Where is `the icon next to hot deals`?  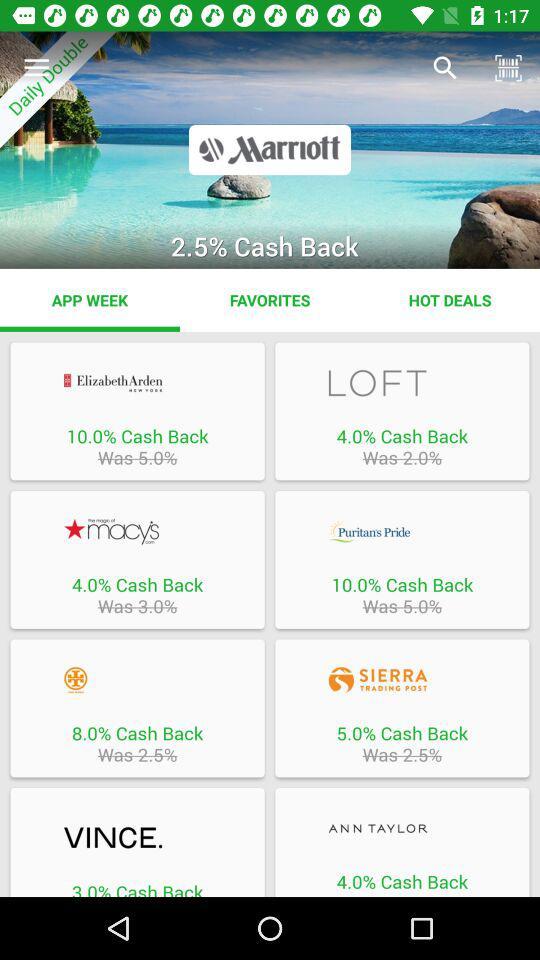
the icon next to hot deals is located at coordinates (270, 299).